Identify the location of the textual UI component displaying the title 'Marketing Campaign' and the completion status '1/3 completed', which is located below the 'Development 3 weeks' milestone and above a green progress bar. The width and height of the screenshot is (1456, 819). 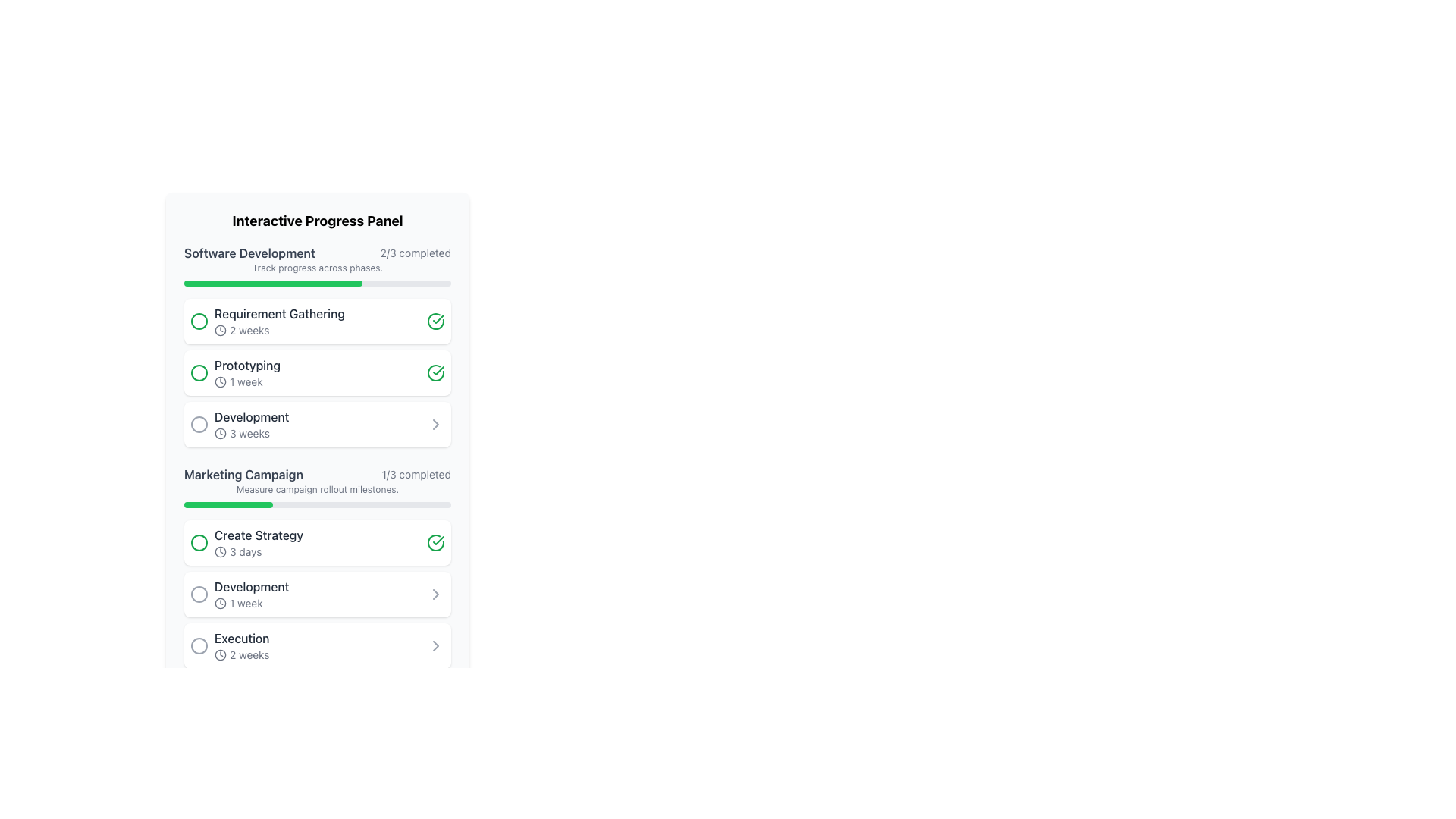
(316, 473).